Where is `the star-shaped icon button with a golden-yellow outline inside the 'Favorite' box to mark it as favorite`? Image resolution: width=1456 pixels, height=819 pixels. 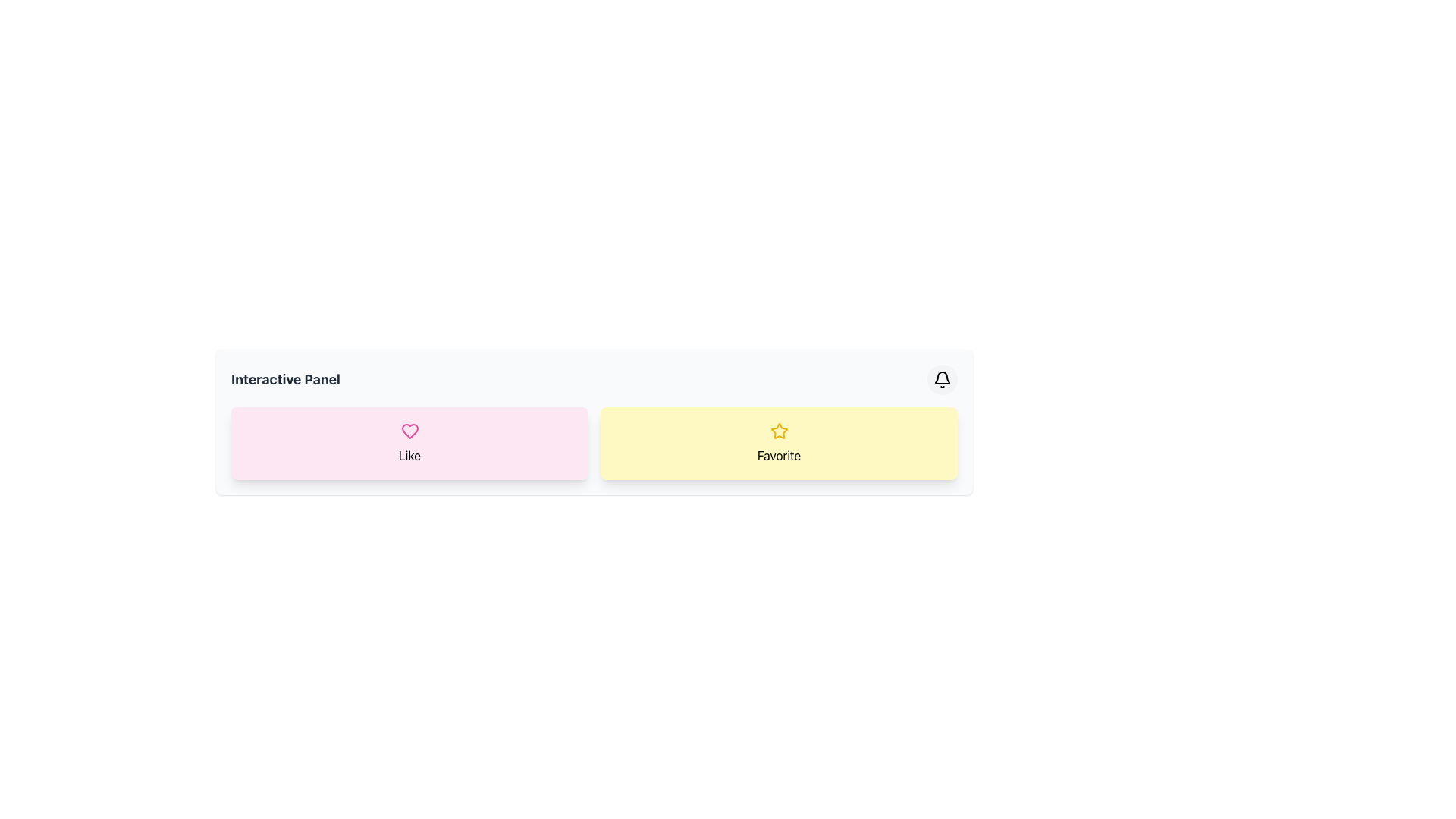
the star-shaped icon button with a golden-yellow outline inside the 'Favorite' box to mark it as favorite is located at coordinates (779, 431).